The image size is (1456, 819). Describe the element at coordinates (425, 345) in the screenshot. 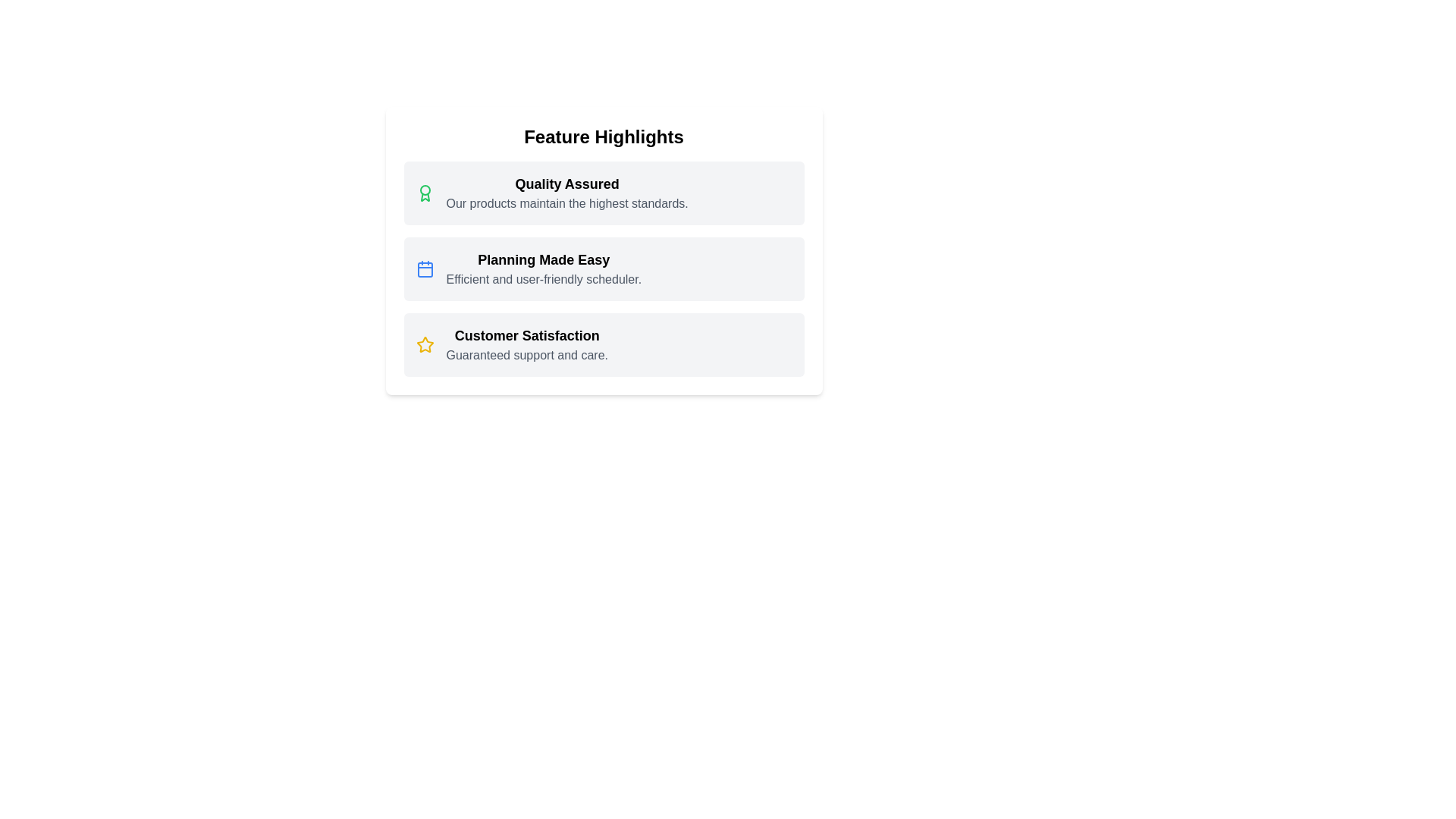

I see `the yellow star icon located to the left of the 'Customer Satisfaction' heading in the third row of the 'Feature Highlights' section` at that location.